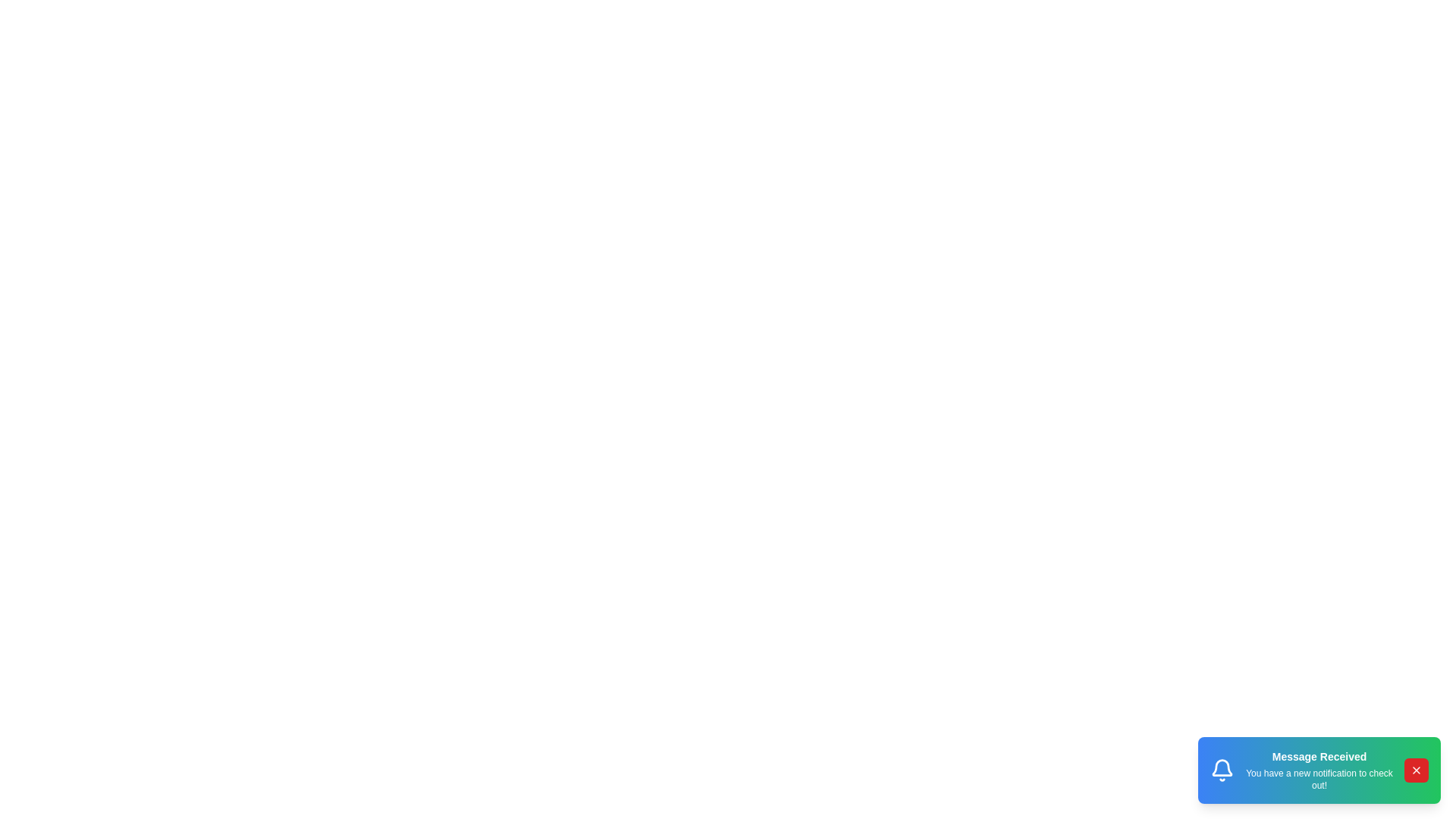  Describe the element at coordinates (1222, 770) in the screenshot. I see `the notification icon by moving the cursor to its center` at that location.